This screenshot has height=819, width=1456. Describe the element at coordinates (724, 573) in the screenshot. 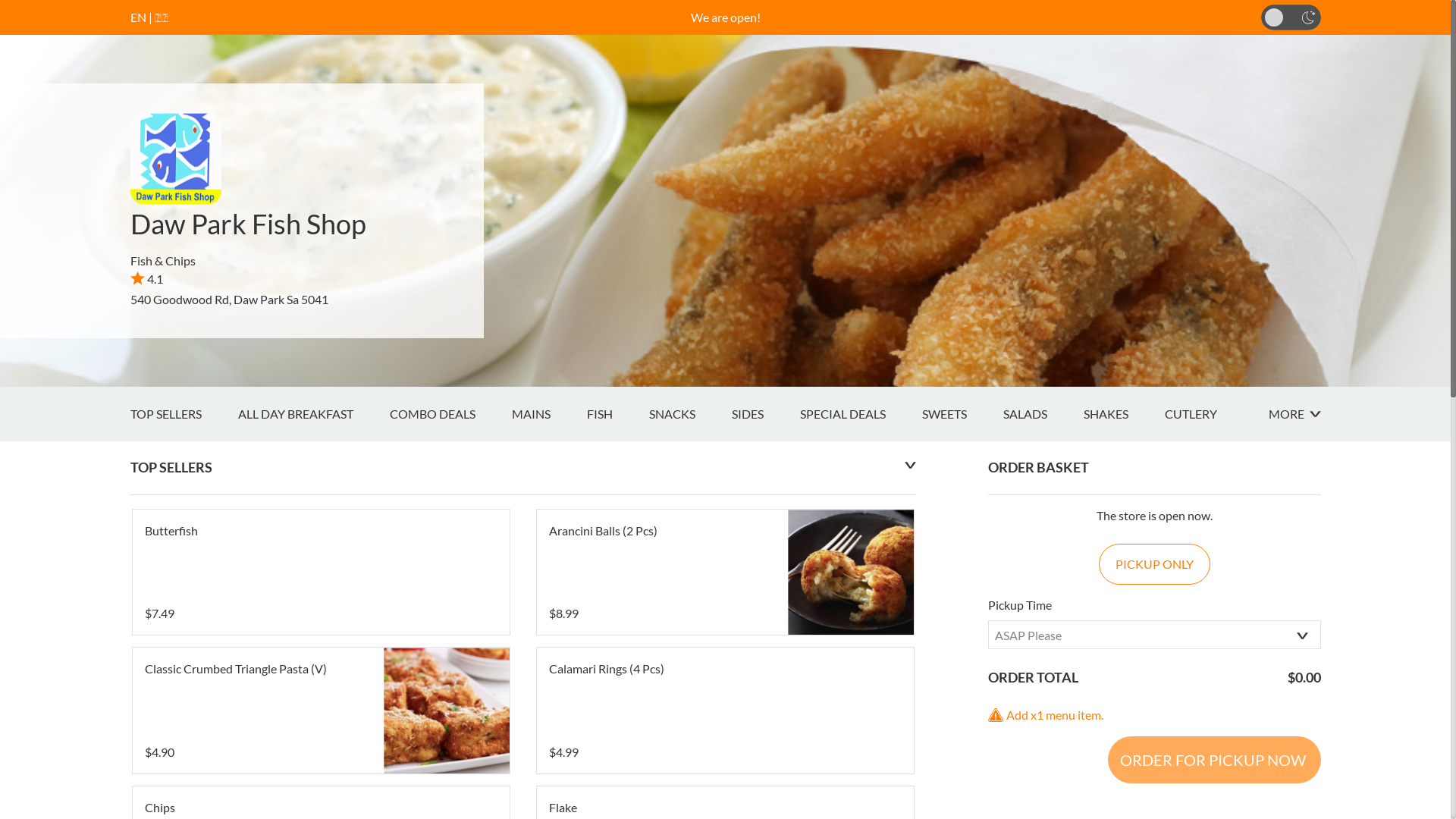

I see `'Arancini Balls (2 Pcs)` at that location.